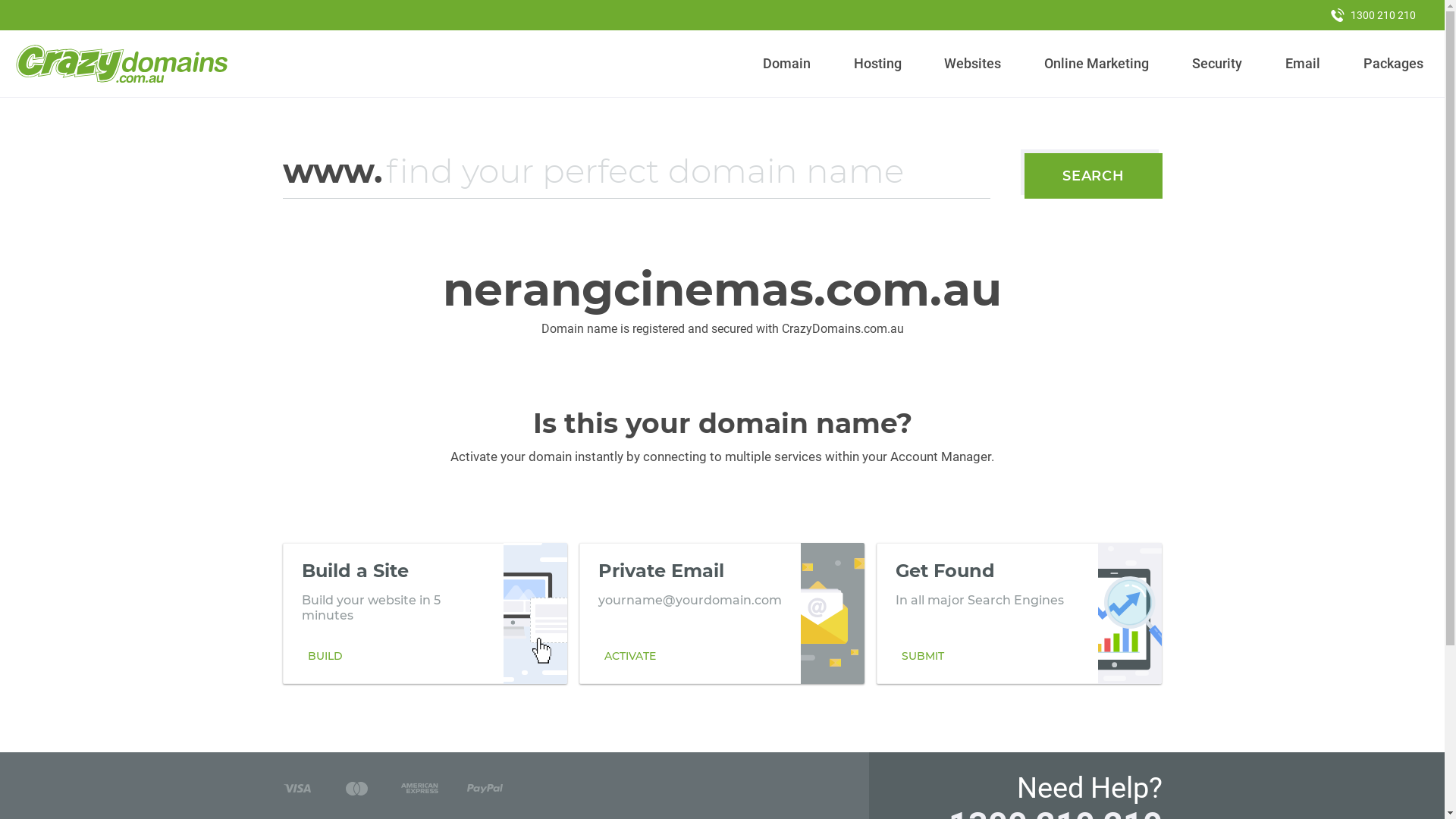  Describe the element at coordinates (1019, 613) in the screenshot. I see `'Get Found` at that location.